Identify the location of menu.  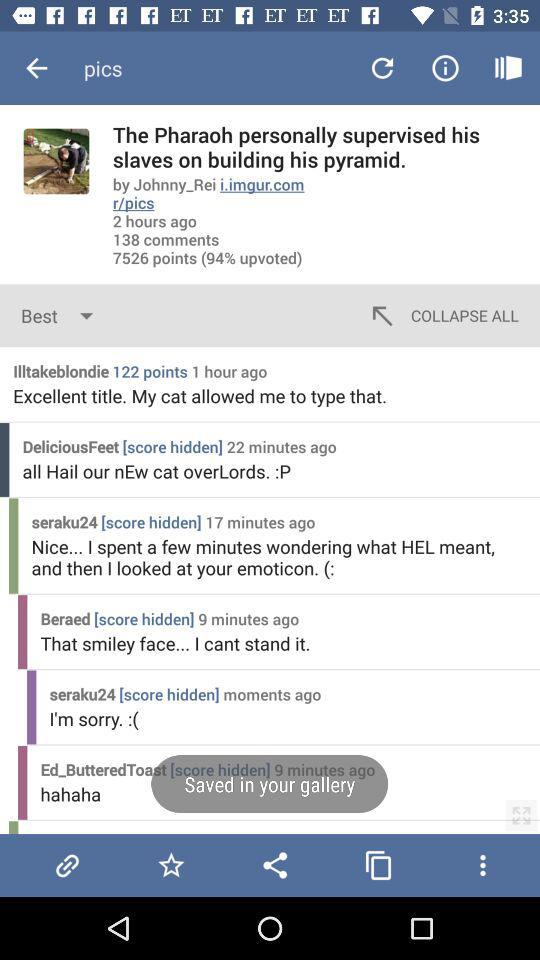
(481, 864).